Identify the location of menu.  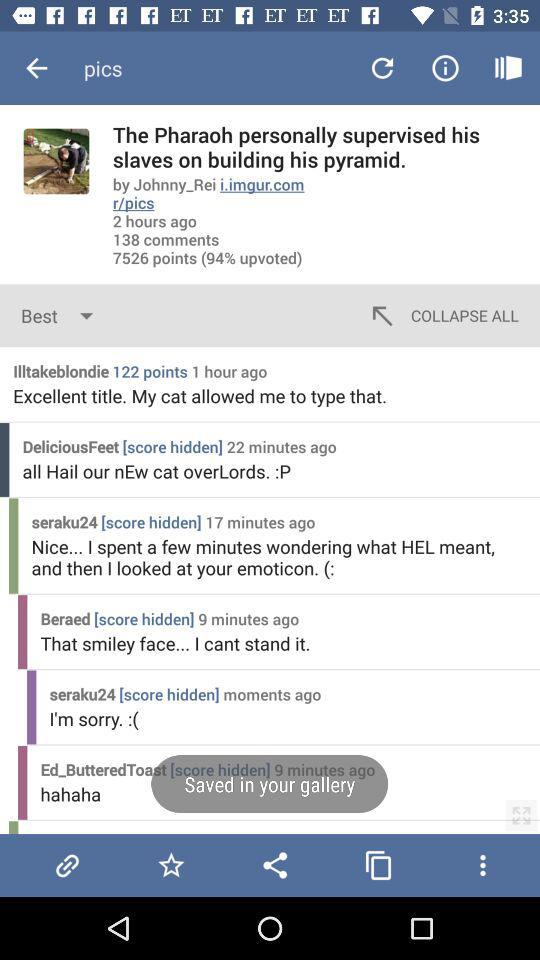
(481, 864).